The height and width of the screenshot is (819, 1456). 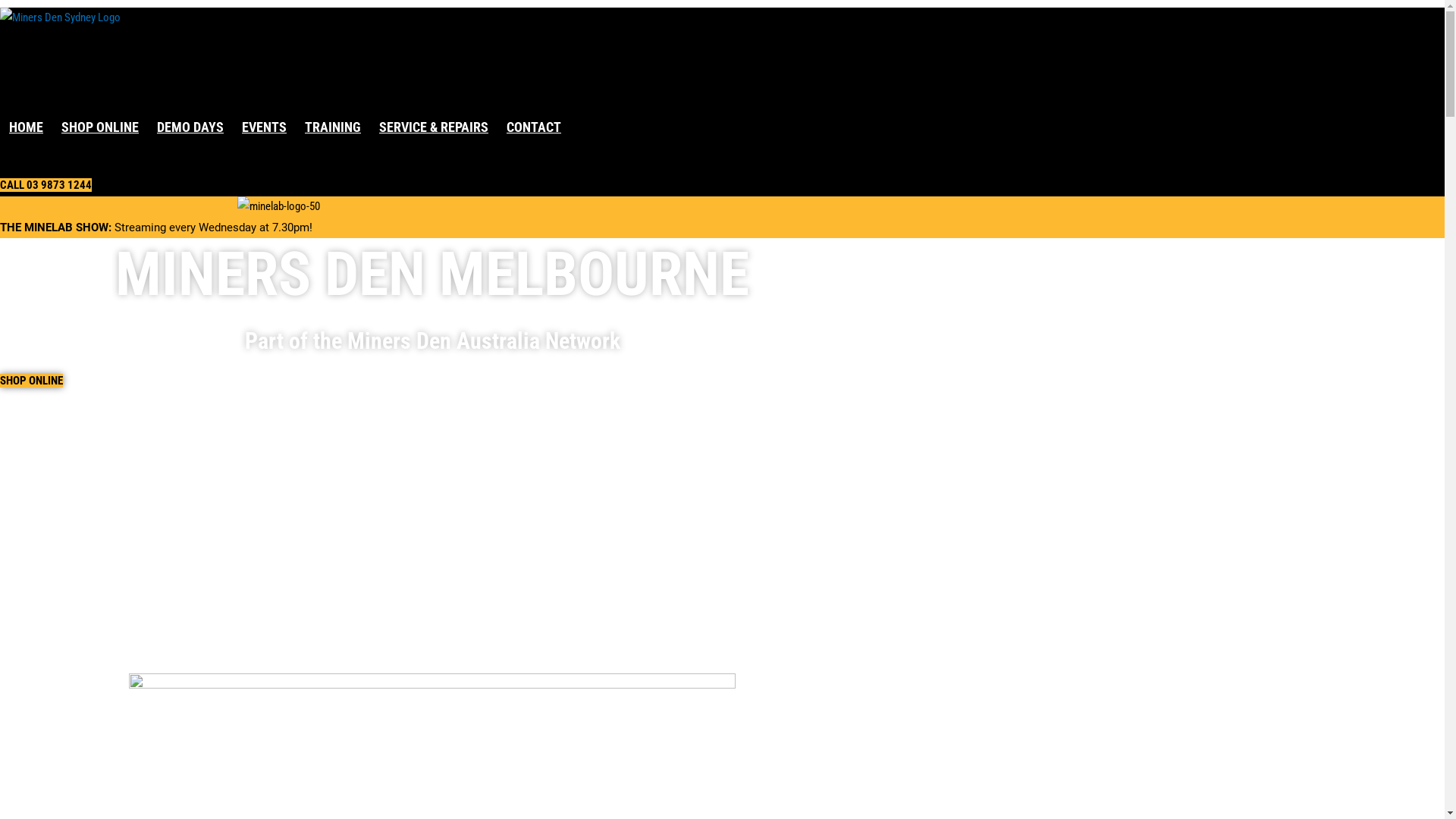 What do you see at coordinates (534, 127) in the screenshot?
I see `'CONTACT'` at bounding box center [534, 127].